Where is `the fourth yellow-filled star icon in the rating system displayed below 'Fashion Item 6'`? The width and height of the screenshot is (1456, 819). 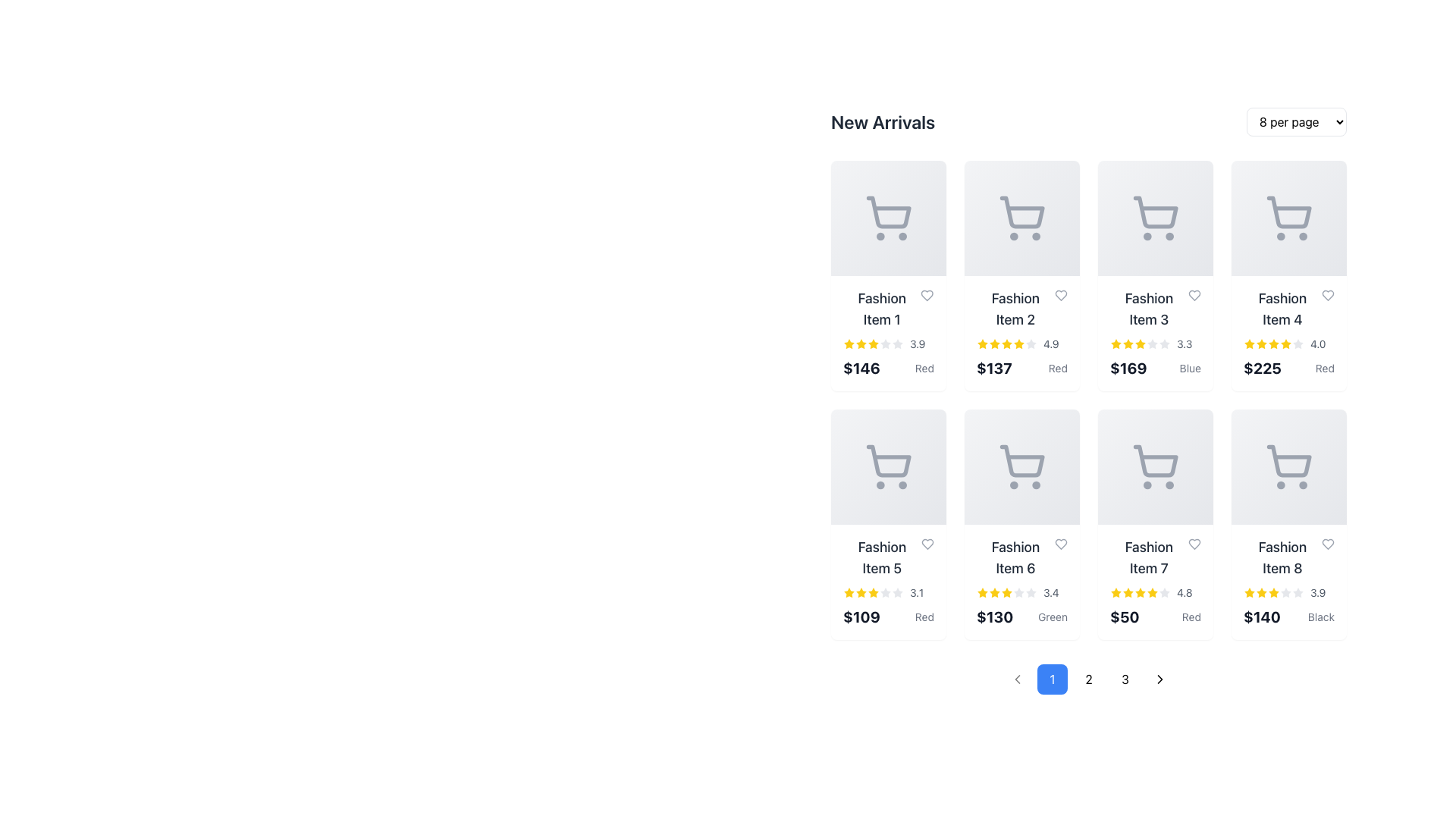 the fourth yellow-filled star icon in the rating system displayed below 'Fashion Item 6' is located at coordinates (1007, 592).